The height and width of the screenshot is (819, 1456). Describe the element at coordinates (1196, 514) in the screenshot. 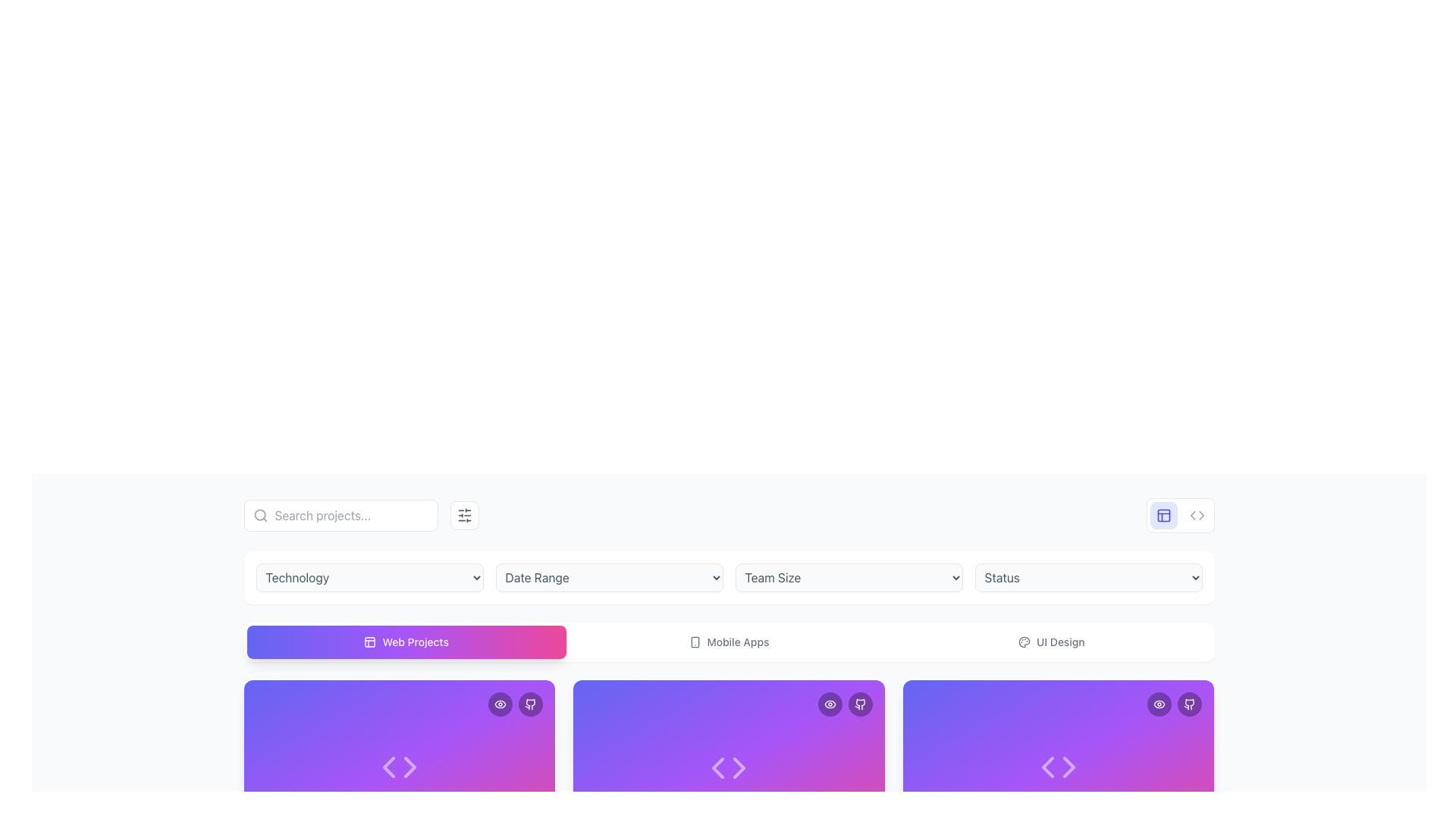

I see `the black icon button with inward-pointing arrows, located in the bottom-right corner of the upper section` at that location.